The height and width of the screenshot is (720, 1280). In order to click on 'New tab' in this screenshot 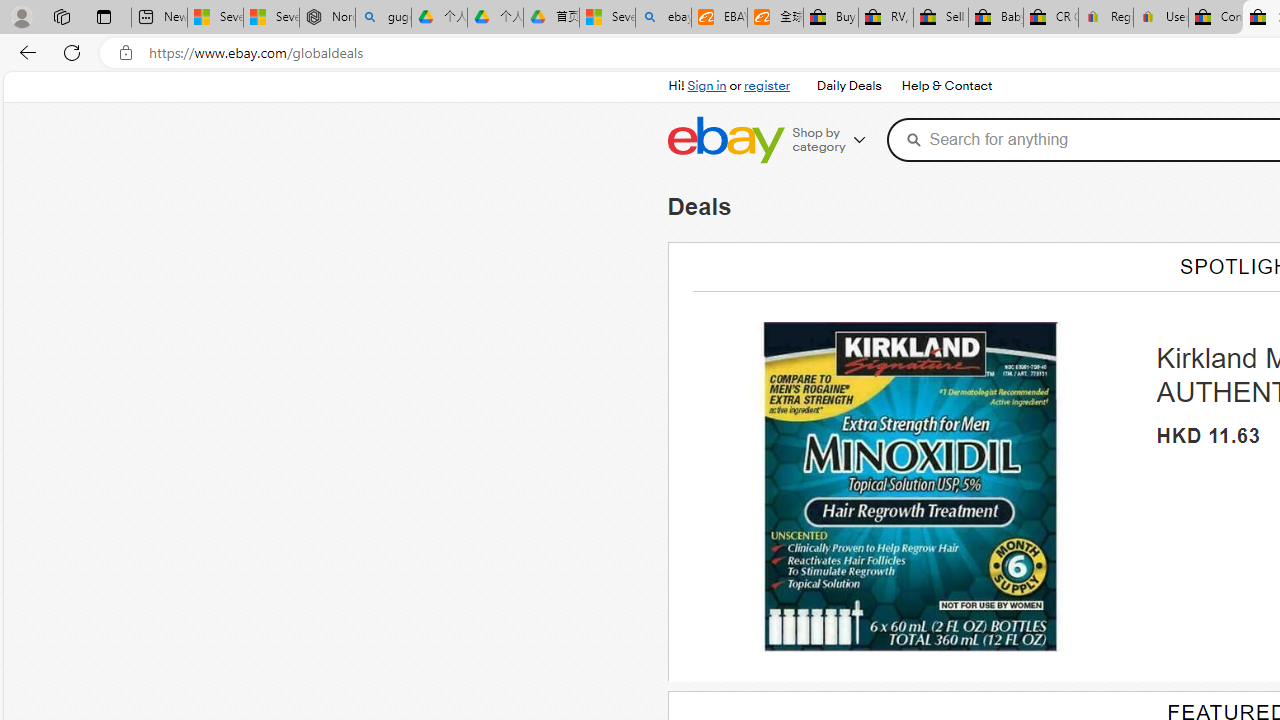, I will do `click(158, 17)`.